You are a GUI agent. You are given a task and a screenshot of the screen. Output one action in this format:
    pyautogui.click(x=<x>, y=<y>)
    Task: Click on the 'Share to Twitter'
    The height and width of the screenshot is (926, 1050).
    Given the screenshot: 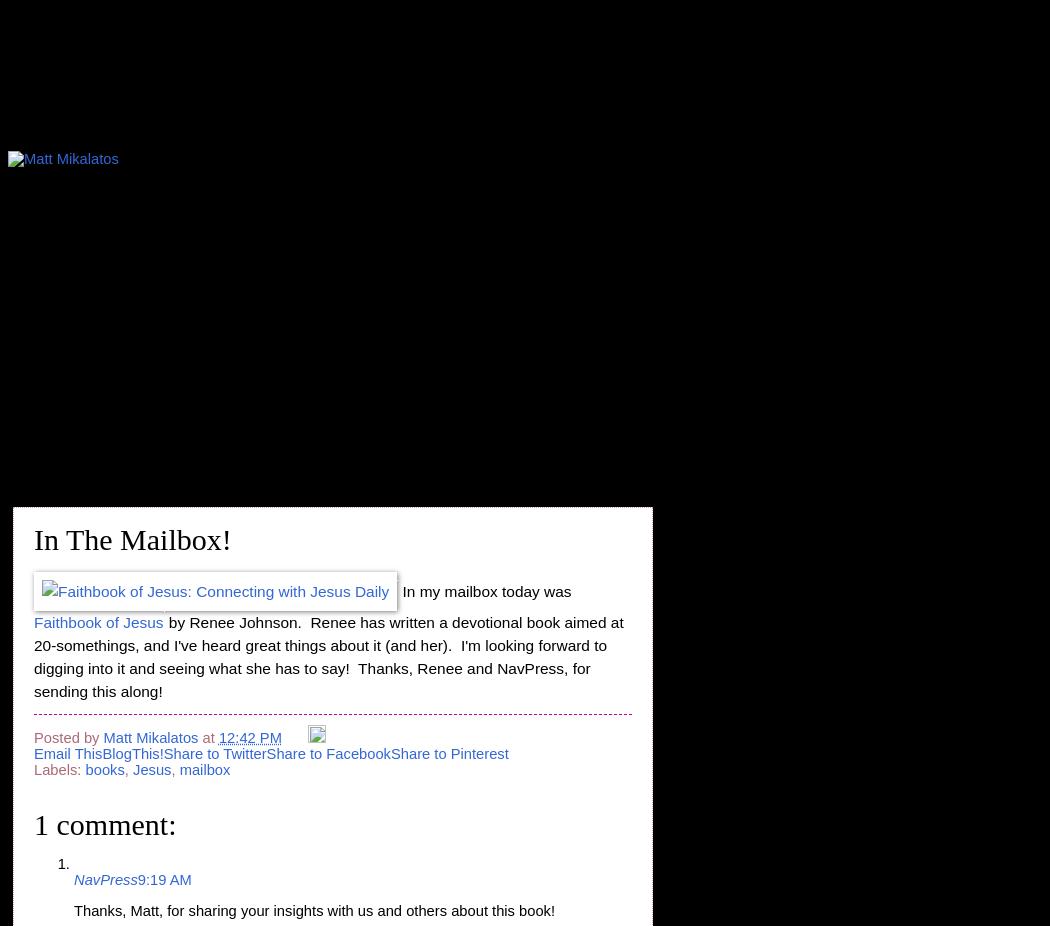 What is the action you would take?
    pyautogui.click(x=213, y=753)
    